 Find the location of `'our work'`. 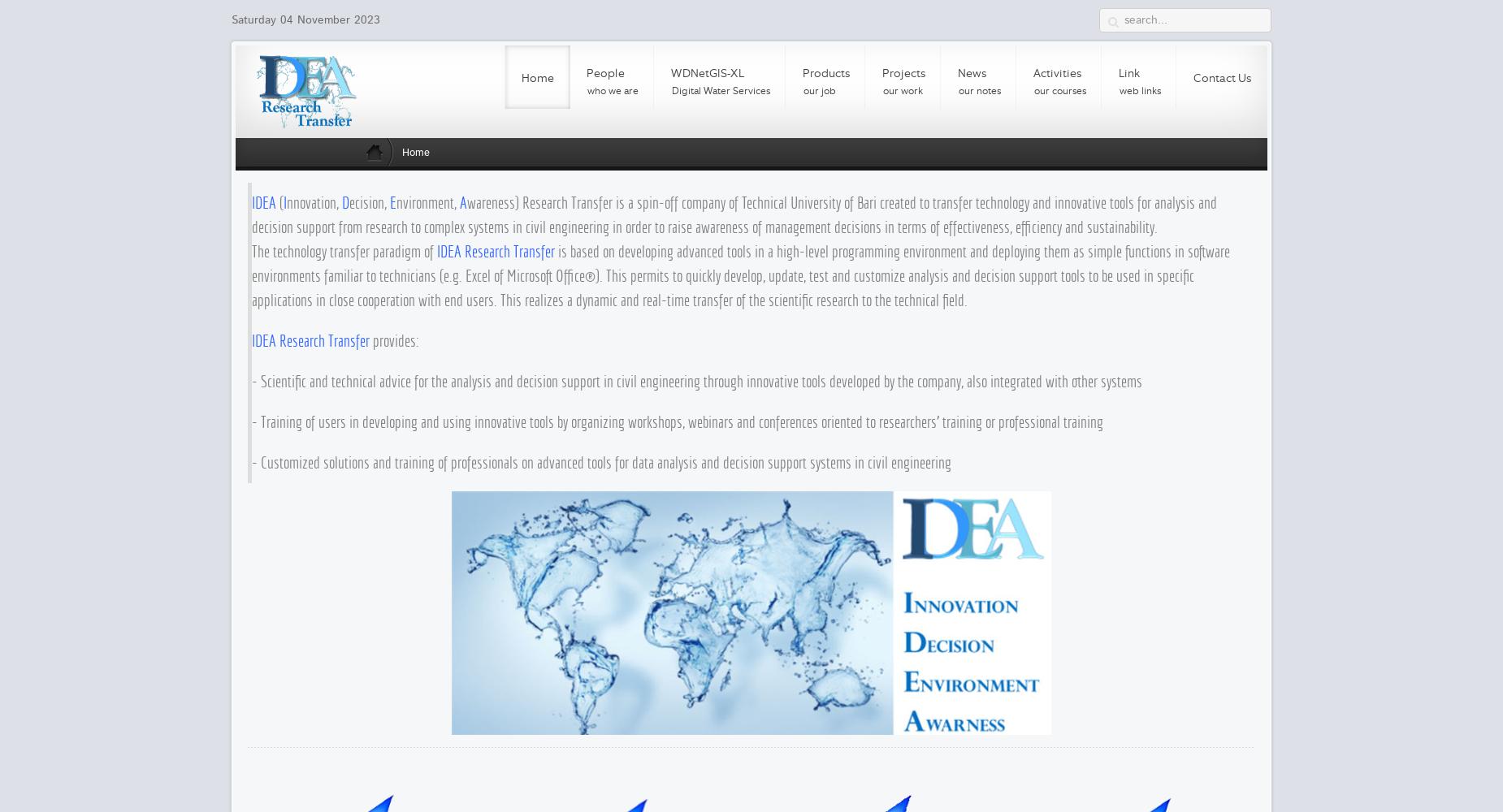

'our work' is located at coordinates (882, 90).